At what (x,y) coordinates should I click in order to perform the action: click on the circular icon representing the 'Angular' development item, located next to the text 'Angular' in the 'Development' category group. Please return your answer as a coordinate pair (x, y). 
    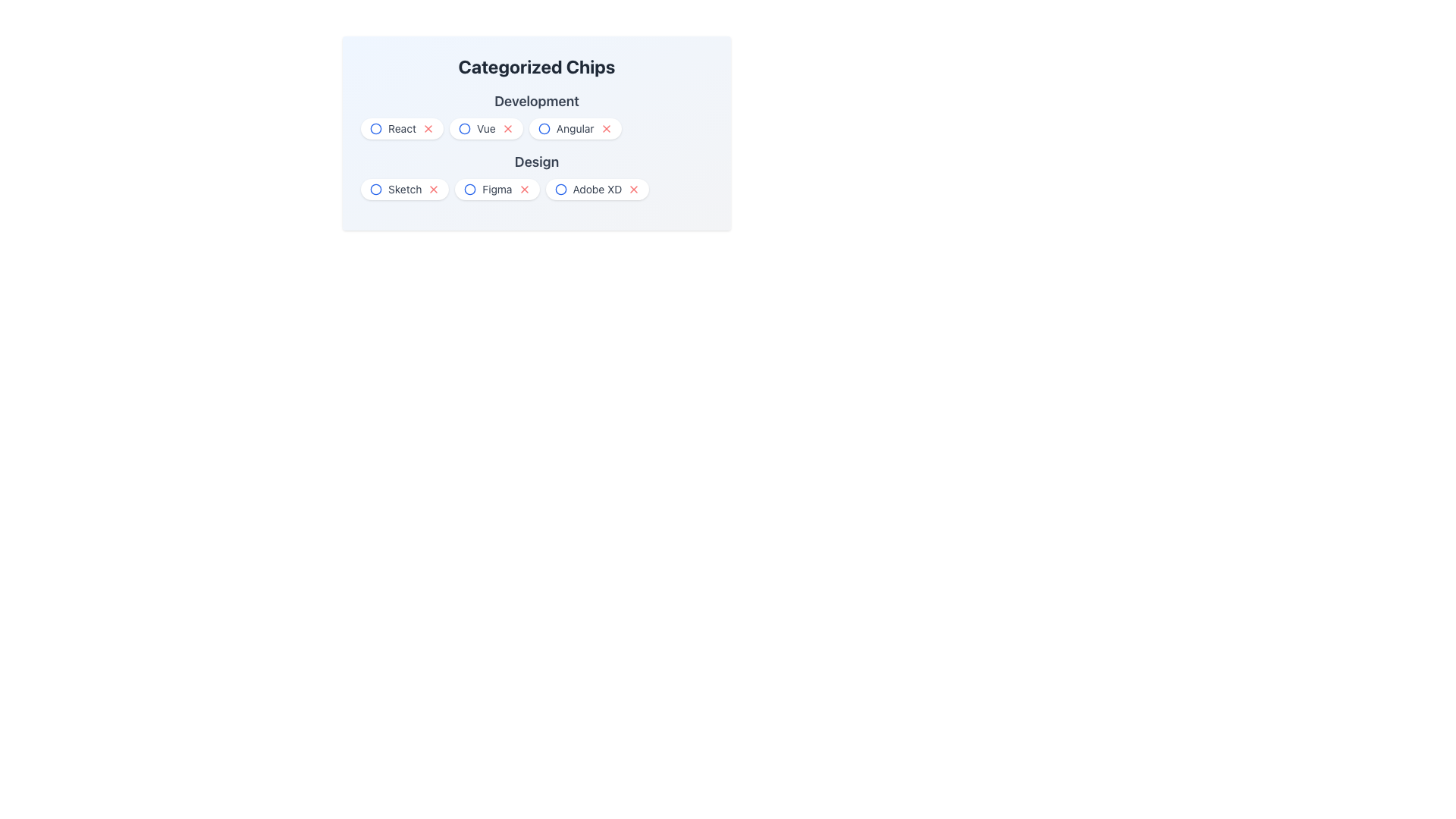
    Looking at the image, I should click on (544, 127).